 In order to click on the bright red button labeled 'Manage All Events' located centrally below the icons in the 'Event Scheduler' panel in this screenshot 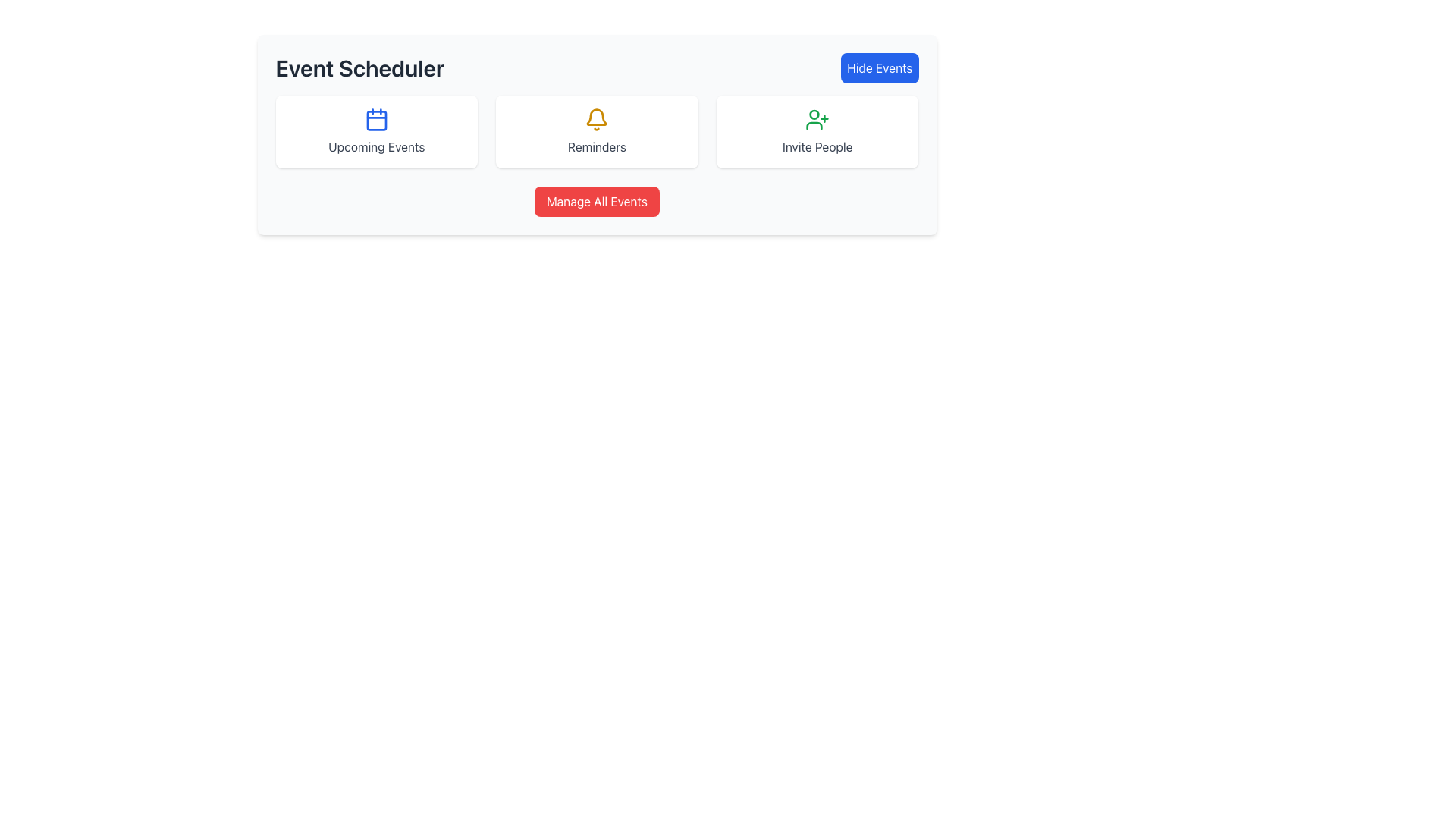, I will do `click(596, 201)`.